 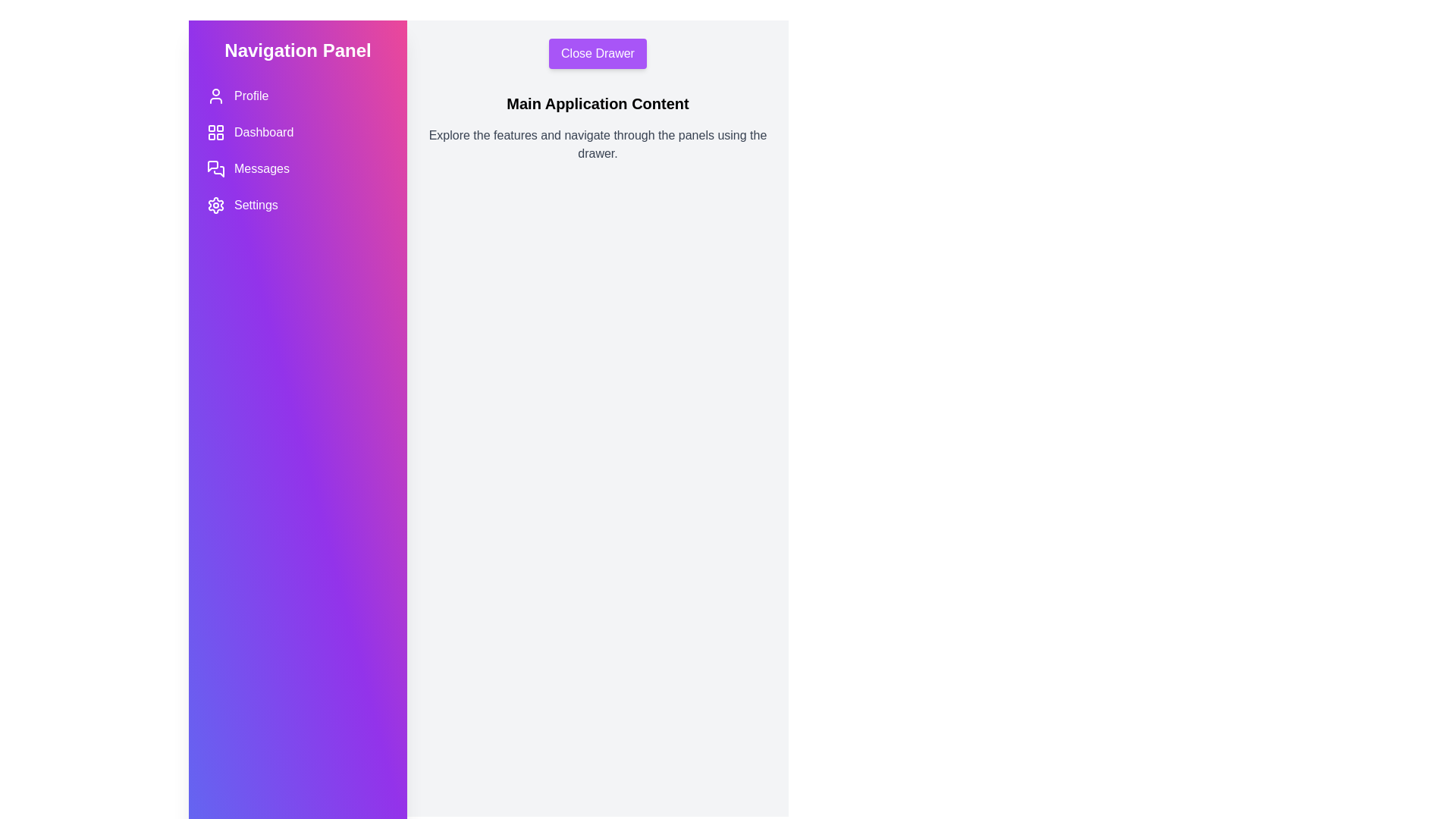 What do you see at coordinates (298, 96) in the screenshot?
I see `the navigation button for Profile to navigate to the corresponding section` at bounding box center [298, 96].